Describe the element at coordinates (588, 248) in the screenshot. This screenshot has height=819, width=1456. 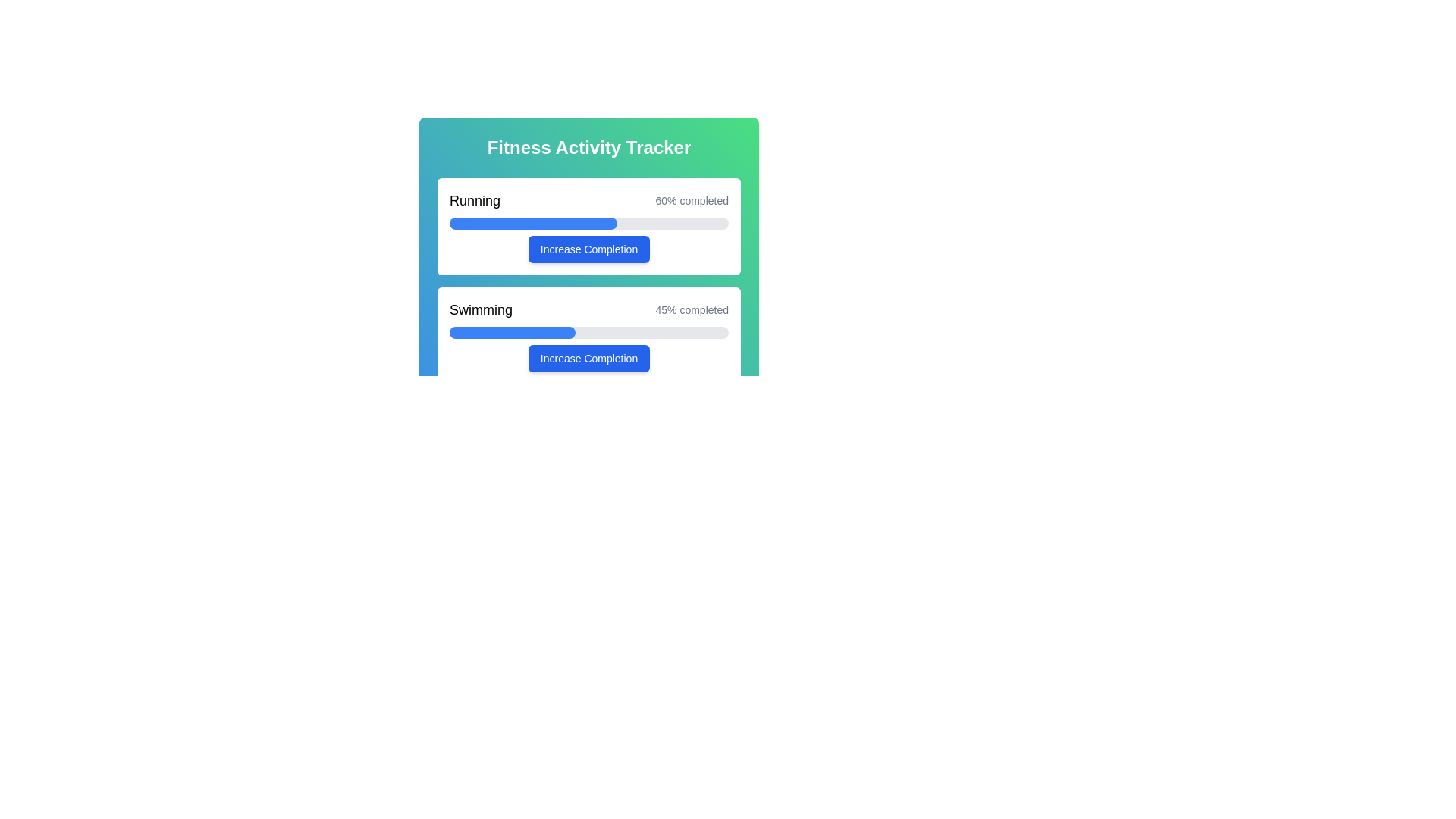
I see `the 'Increase Completion' button, which is a blue rectangular button with white text, located beneath the progress bar indicating '60% completed'` at that location.